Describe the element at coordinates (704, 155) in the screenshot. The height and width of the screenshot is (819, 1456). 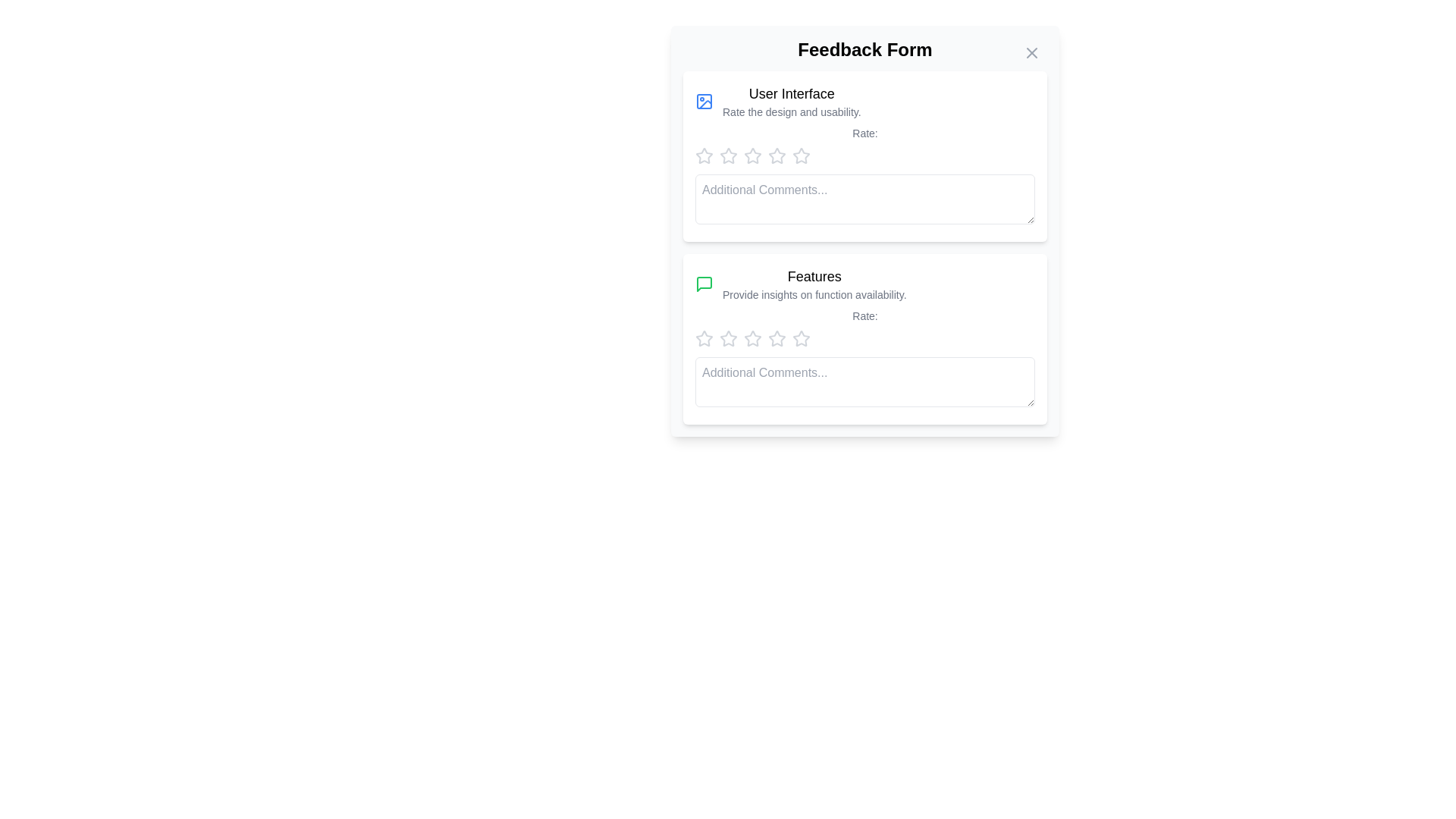
I see `on the first star icon in the rating section of the User Interface feedback block` at that location.